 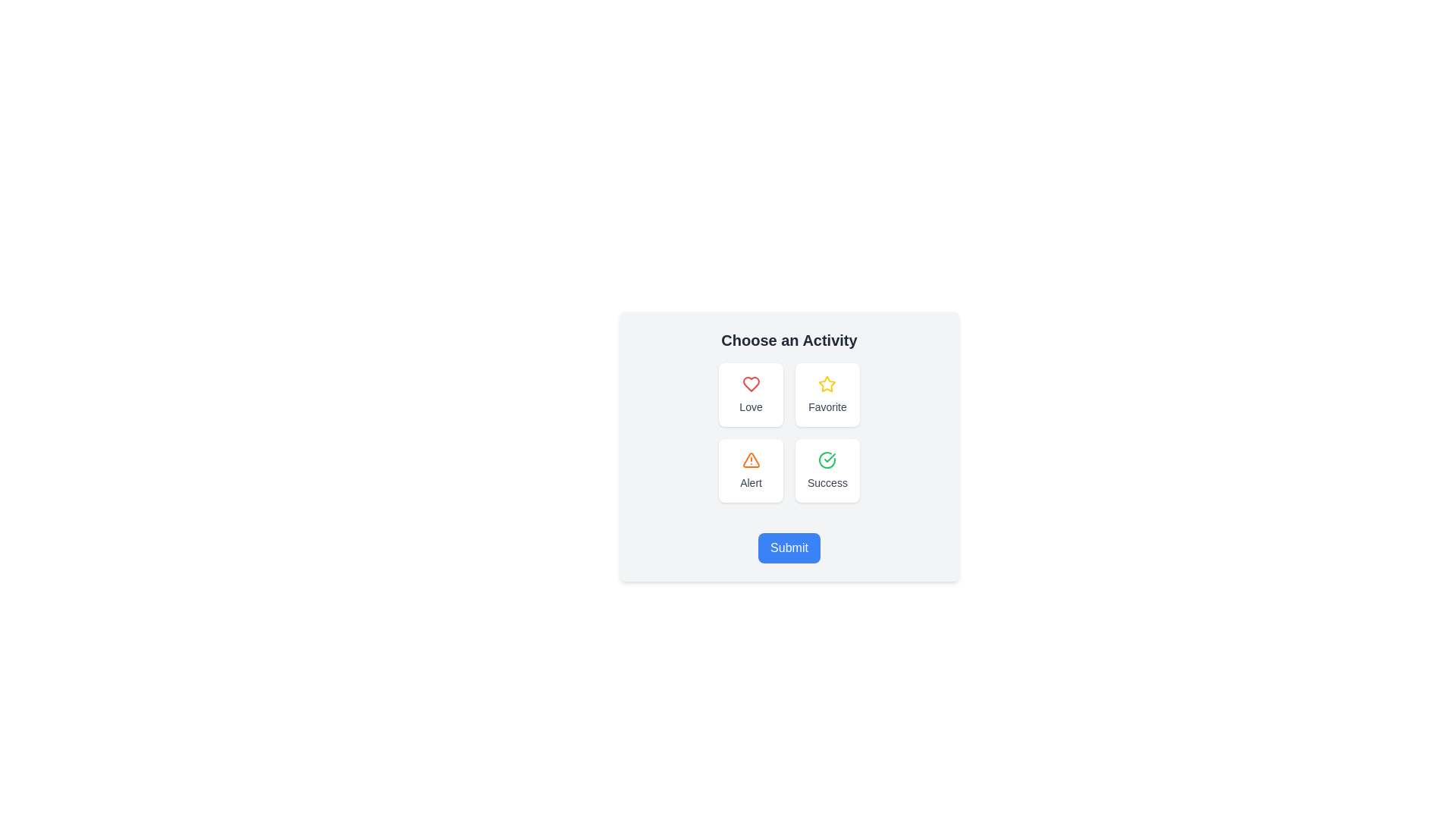 I want to click on the triangular warning sign icon outlined in orange, which contains an exclamation mark and is located at the top-center of the 'Alert' option, so click(x=751, y=459).